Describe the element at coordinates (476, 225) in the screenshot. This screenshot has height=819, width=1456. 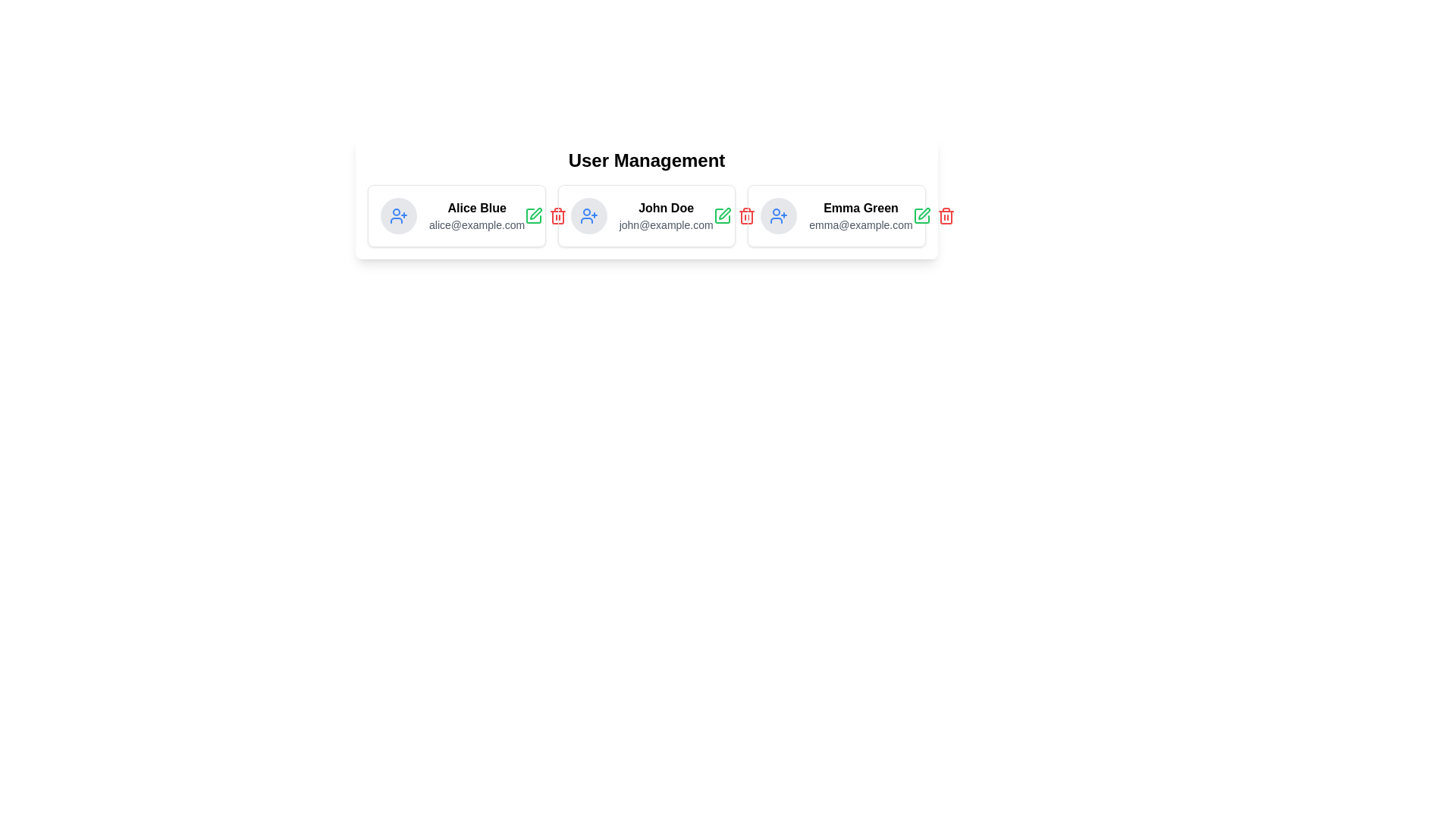
I see `the non-interactive email address display for user 'Alice Blue' located in the user card layout` at that location.